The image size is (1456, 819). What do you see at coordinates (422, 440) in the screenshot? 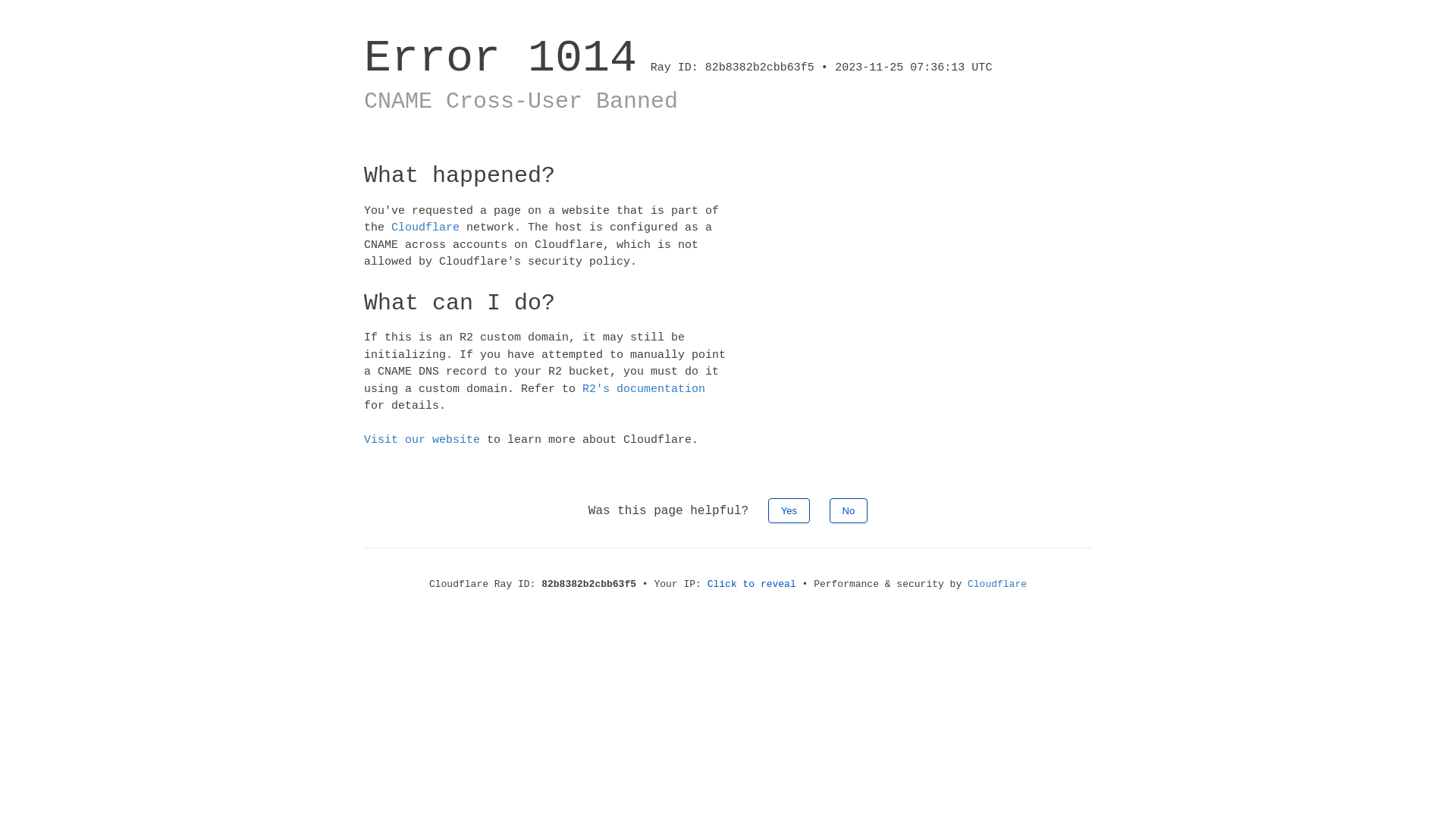
I see `'Visit our website'` at bounding box center [422, 440].